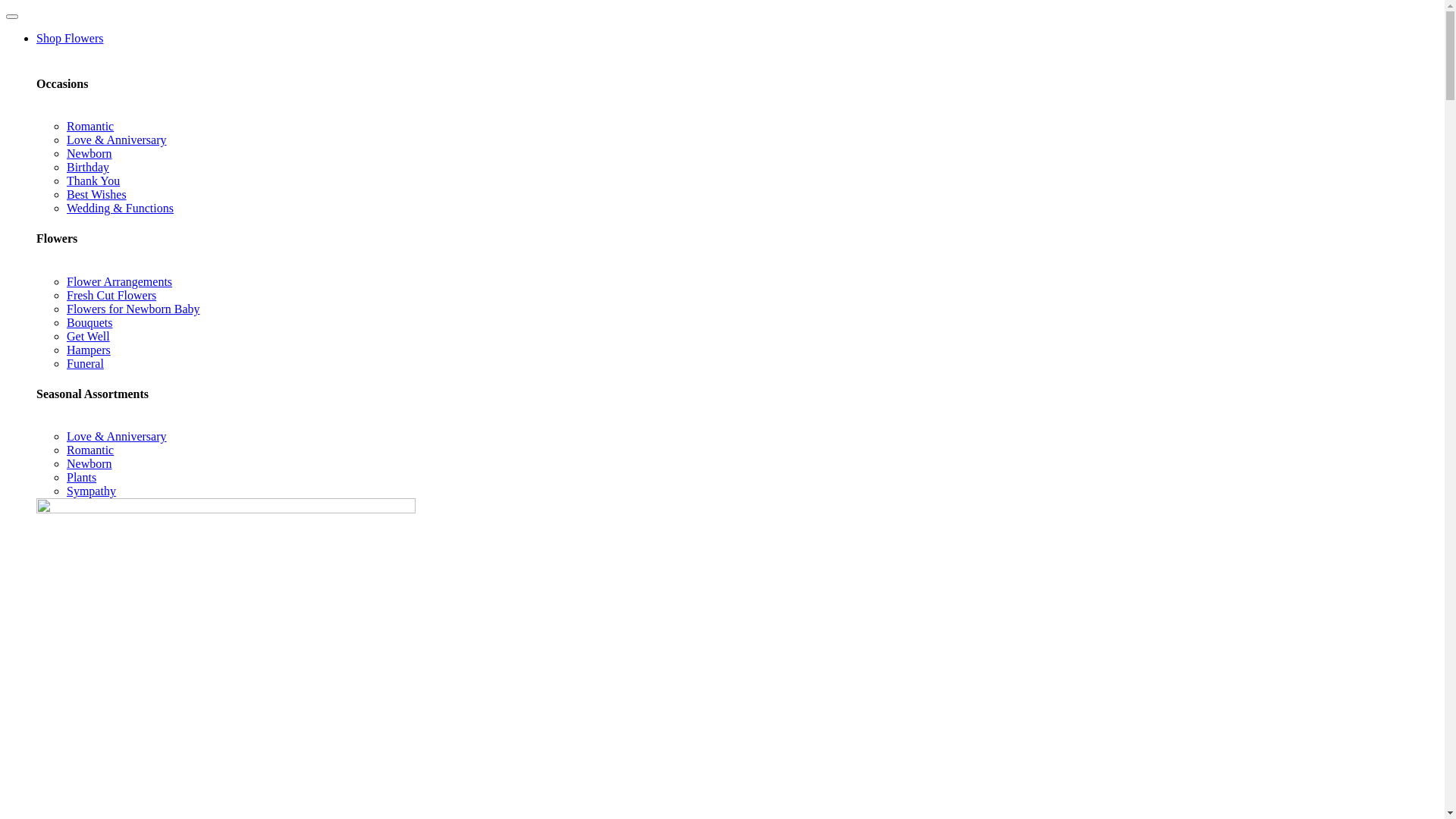  I want to click on 'Romantic', so click(89, 449).